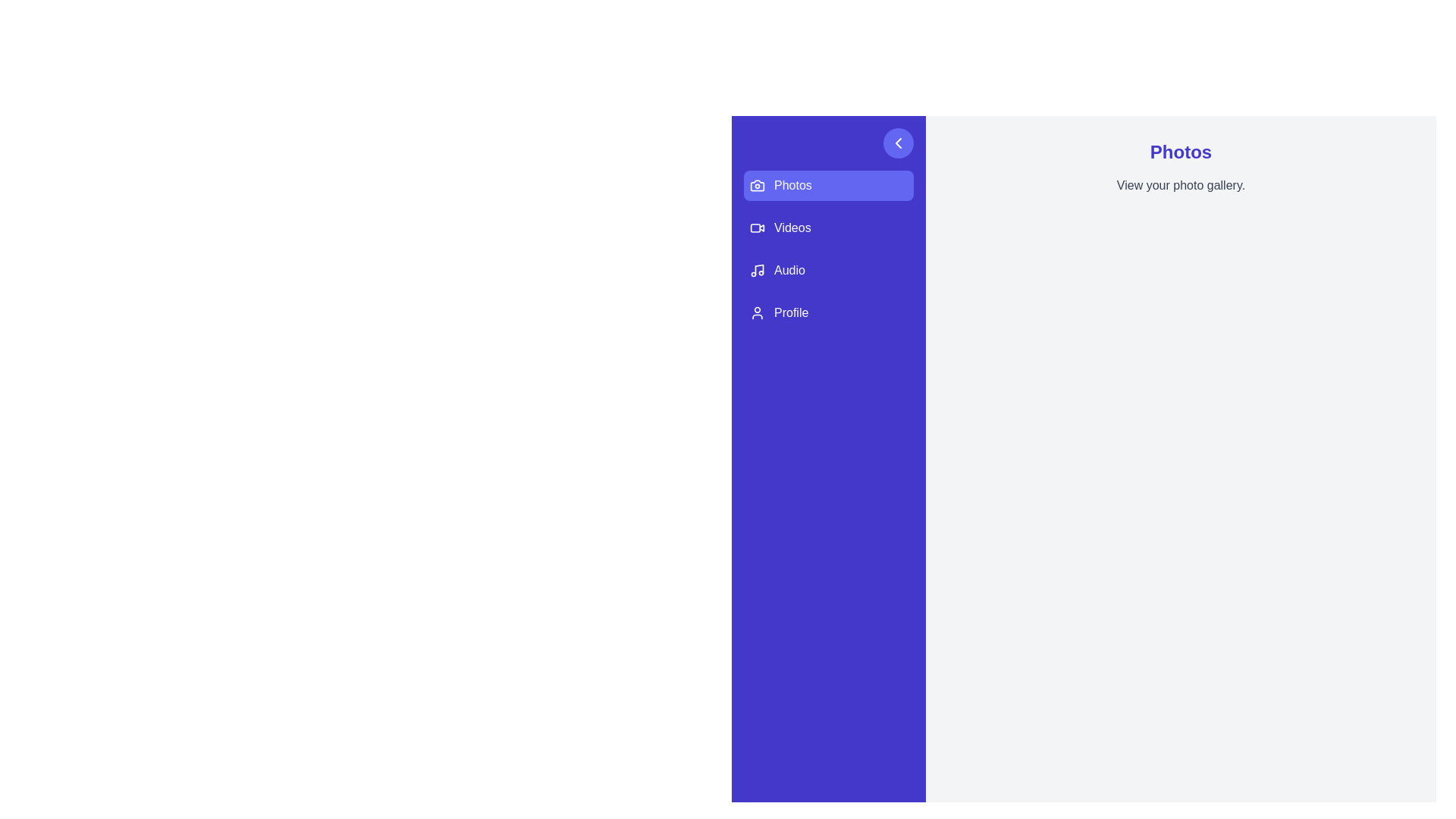 This screenshot has width=1456, height=819. I want to click on the 'Photos' button, which is the first button in the navigation menu, so click(828, 185).